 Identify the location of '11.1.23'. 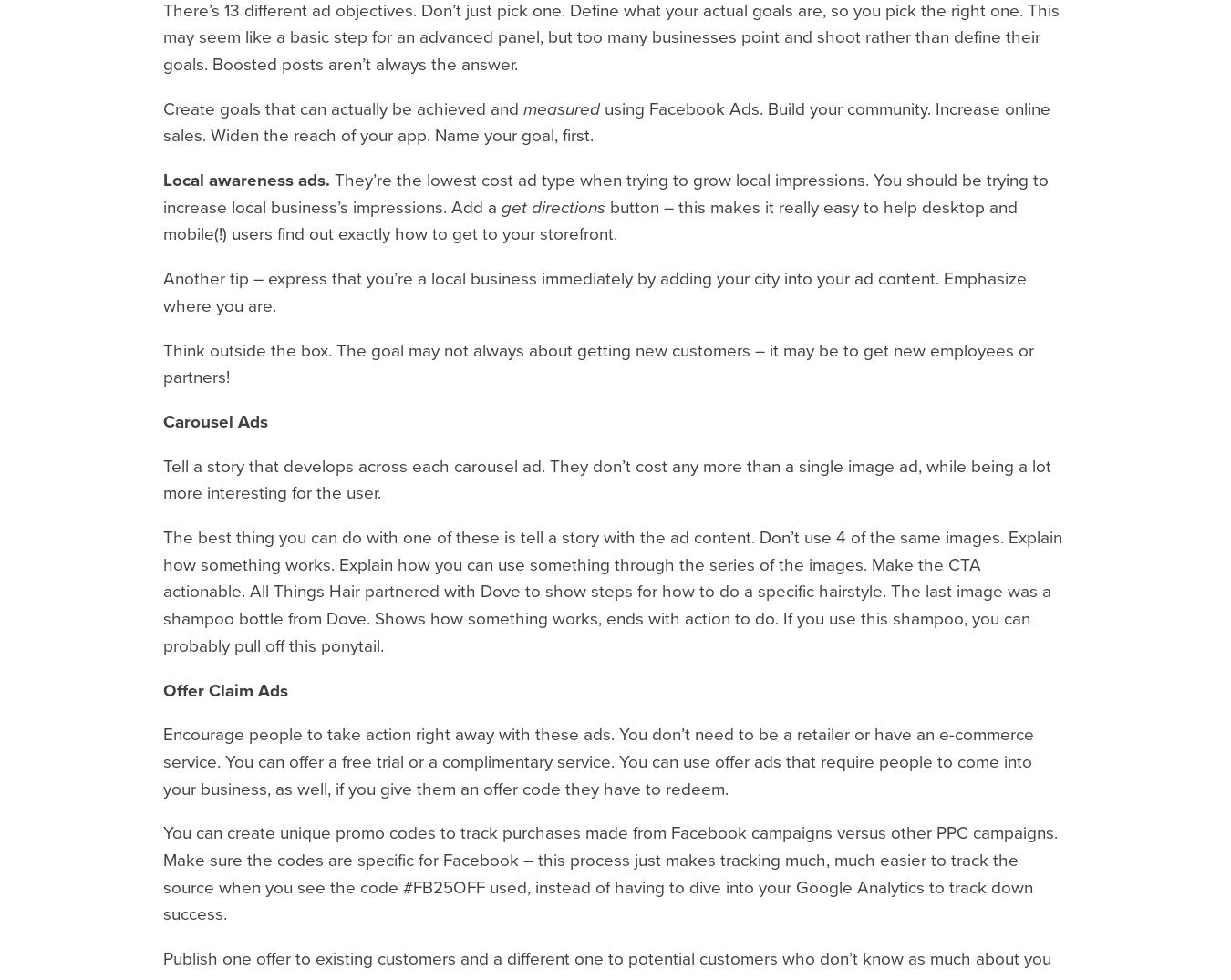
(270, 165).